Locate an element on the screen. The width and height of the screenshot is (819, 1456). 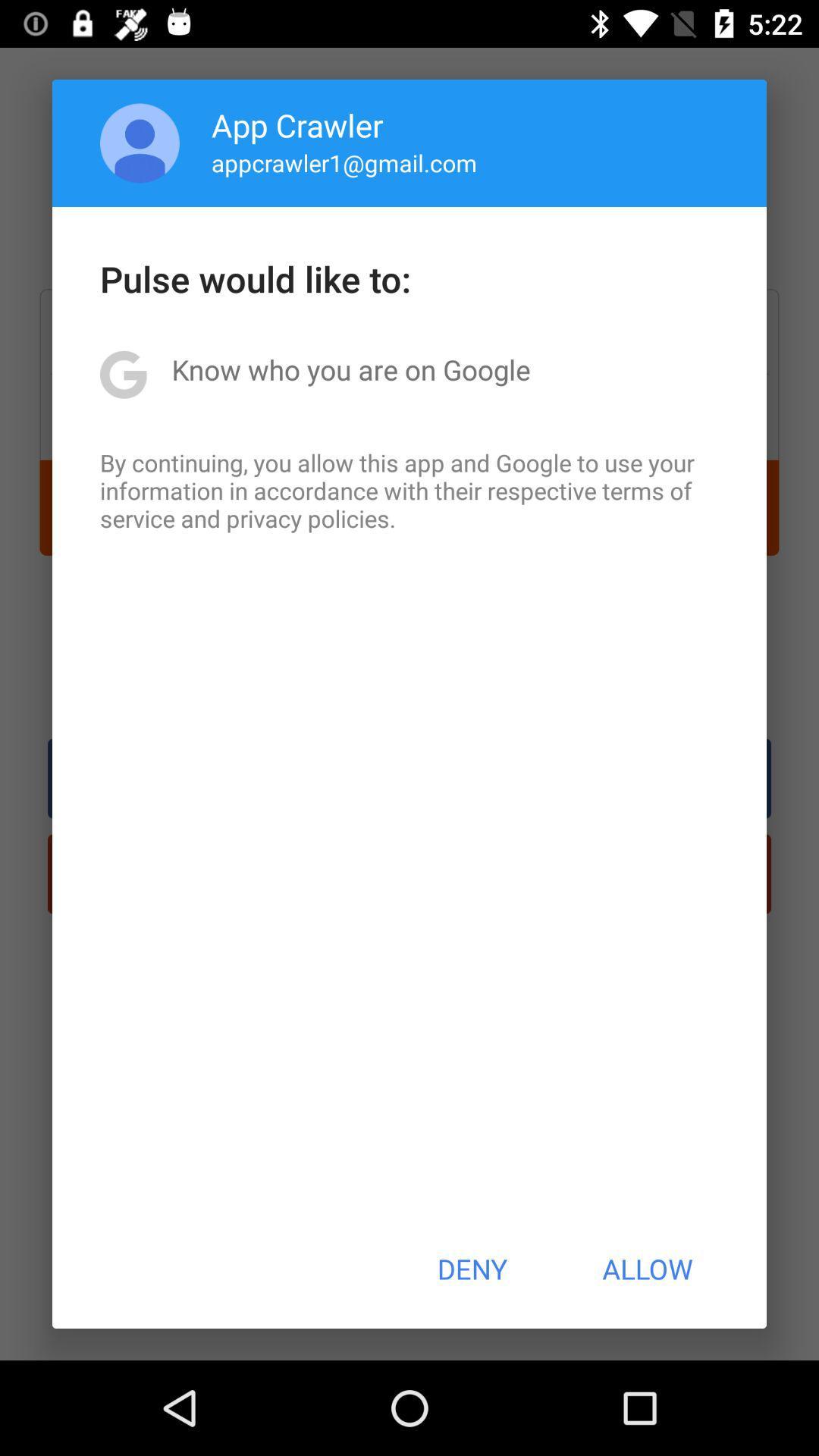
the app to the left of the app crawler item is located at coordinates (140, 143).